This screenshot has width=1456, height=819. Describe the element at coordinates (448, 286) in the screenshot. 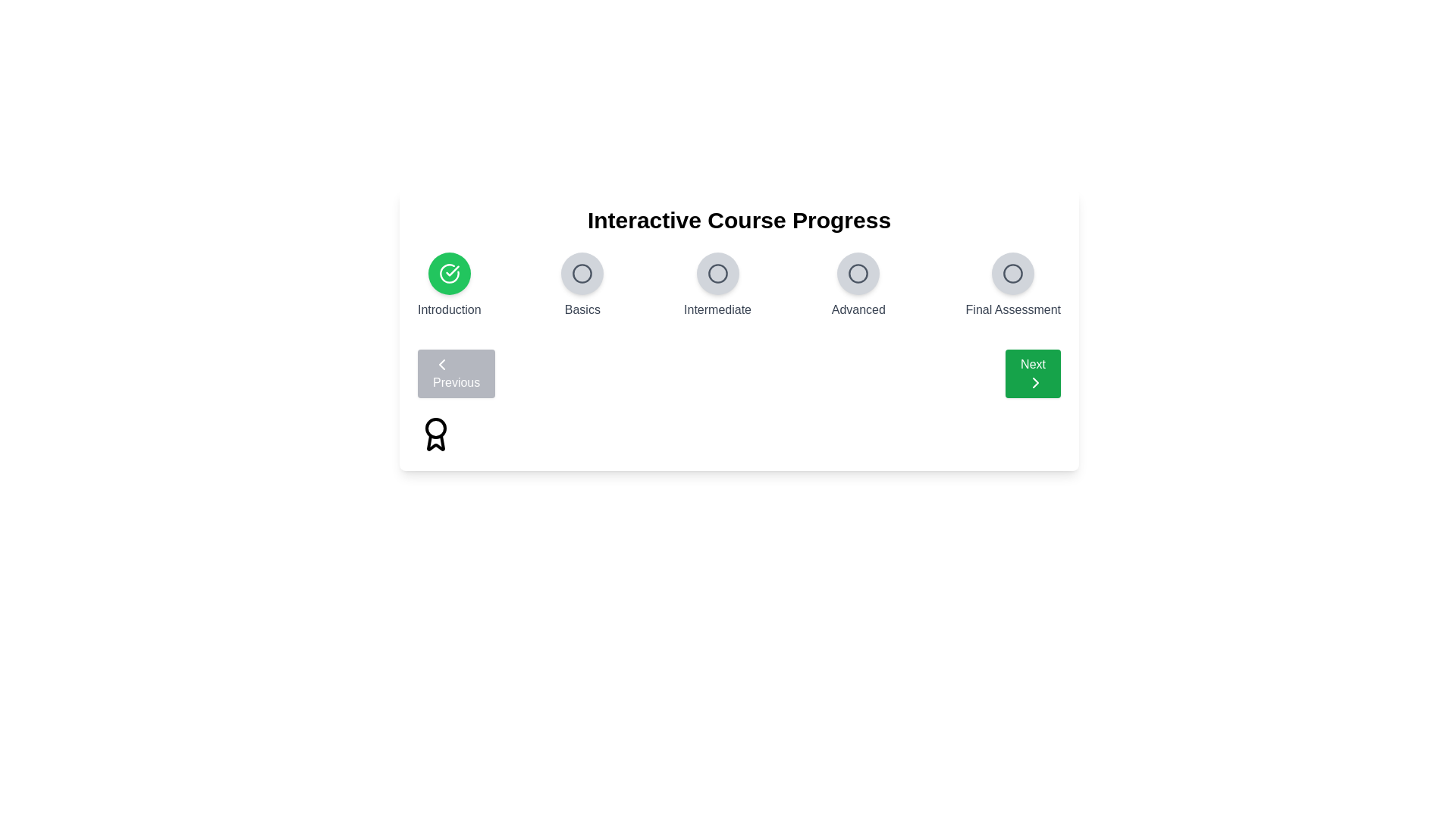

I see `the 'Introduction' stage indicator in the course progression tracker, which is represented by a checkmark icon and green background, located at the far left of the progression bar` at that location.